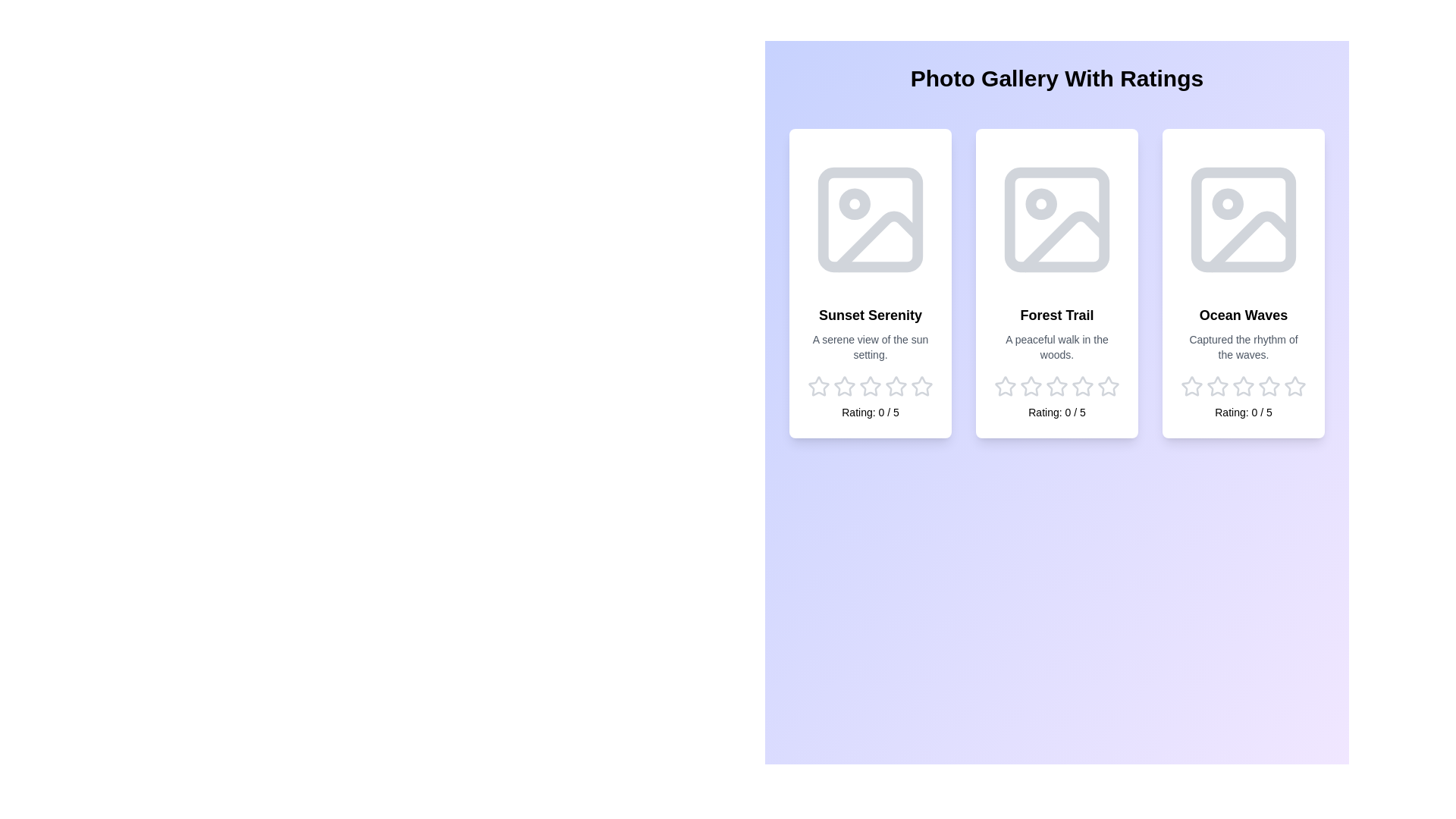  I want to click on the star corresponding to the rating 2 for the image Ocean Waves, so click(1218, 385).